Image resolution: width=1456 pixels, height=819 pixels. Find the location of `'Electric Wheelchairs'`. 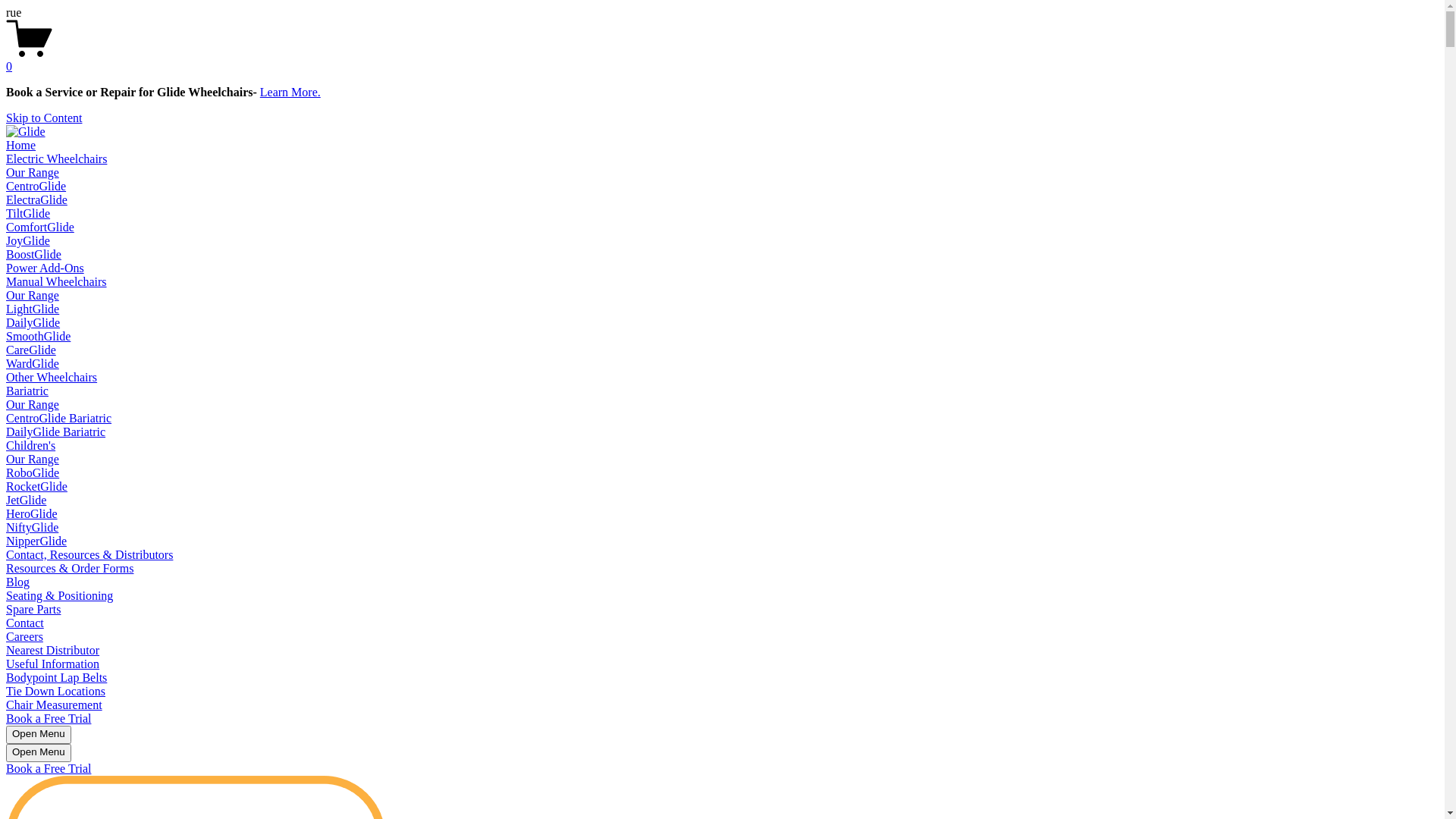

'Electric Wheelchairs' is located at coordinates (6, 158).